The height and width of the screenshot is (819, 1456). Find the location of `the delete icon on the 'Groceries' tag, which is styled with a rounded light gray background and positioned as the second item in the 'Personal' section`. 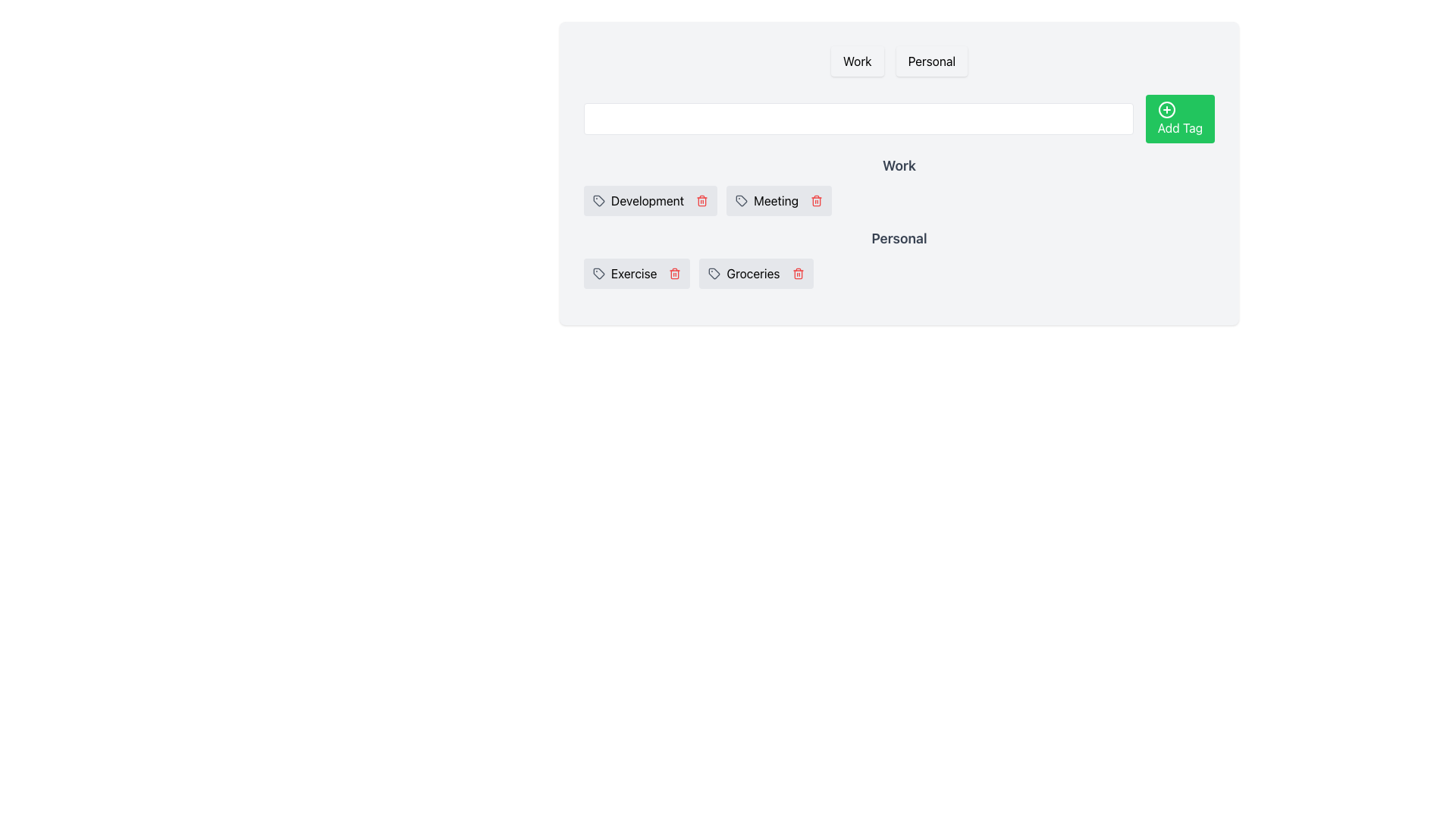

the delete icon on the 'Groceries' tag, which is styled with a rounded light gray background and positioned as the second item in the 'Personal' section is located at coordinates (756, 274).